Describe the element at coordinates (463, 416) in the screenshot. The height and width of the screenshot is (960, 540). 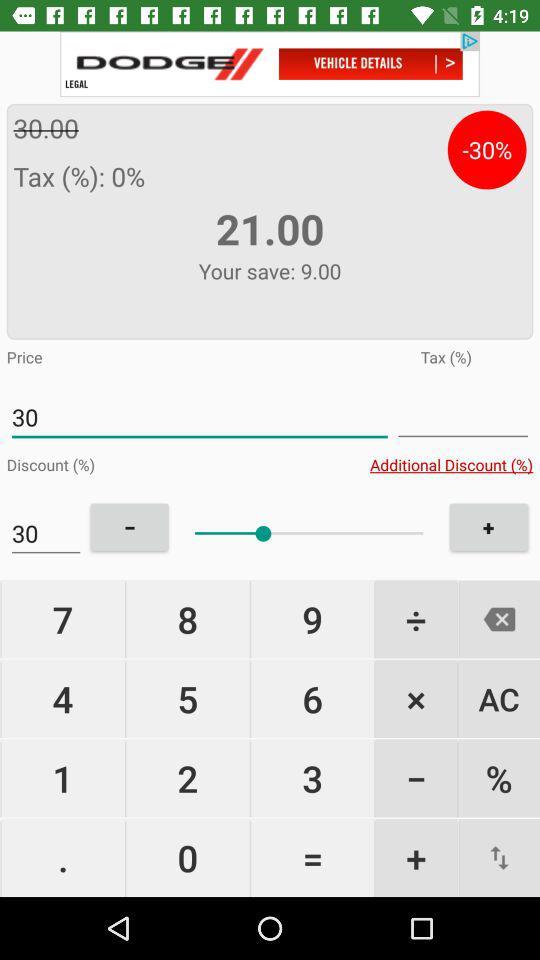
I see `line` at that location.